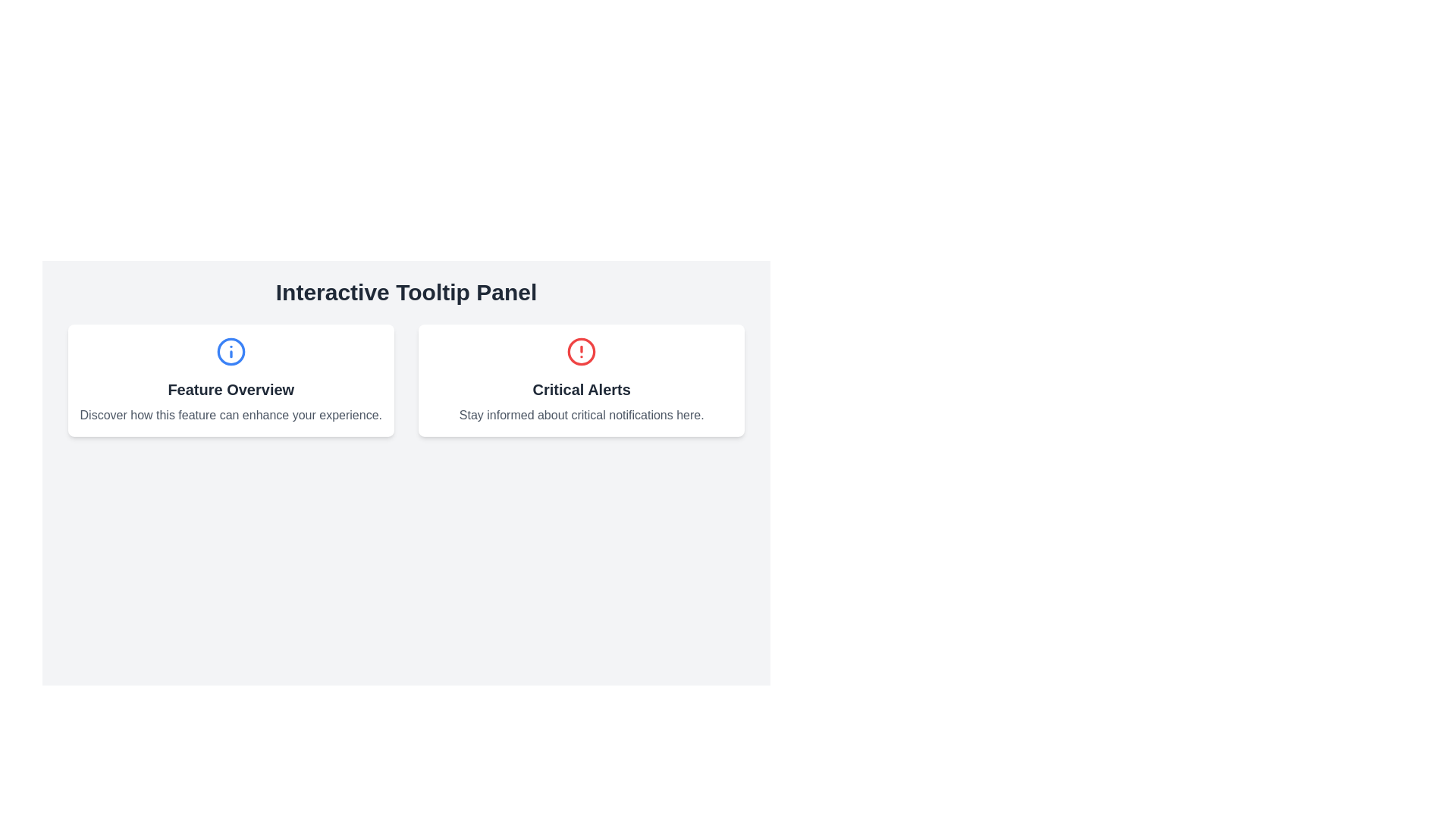  I want to click on the decorative graphic SVG circle element located within the informative icon above the 'Feature Overview' text in the left card of the interface, so click(230, 351).